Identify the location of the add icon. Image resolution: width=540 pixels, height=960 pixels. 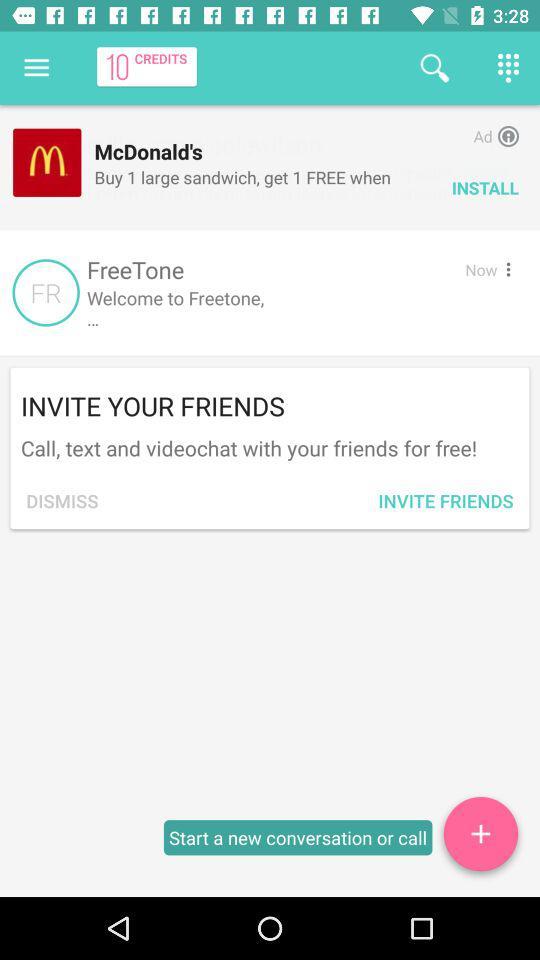
(479, 837).